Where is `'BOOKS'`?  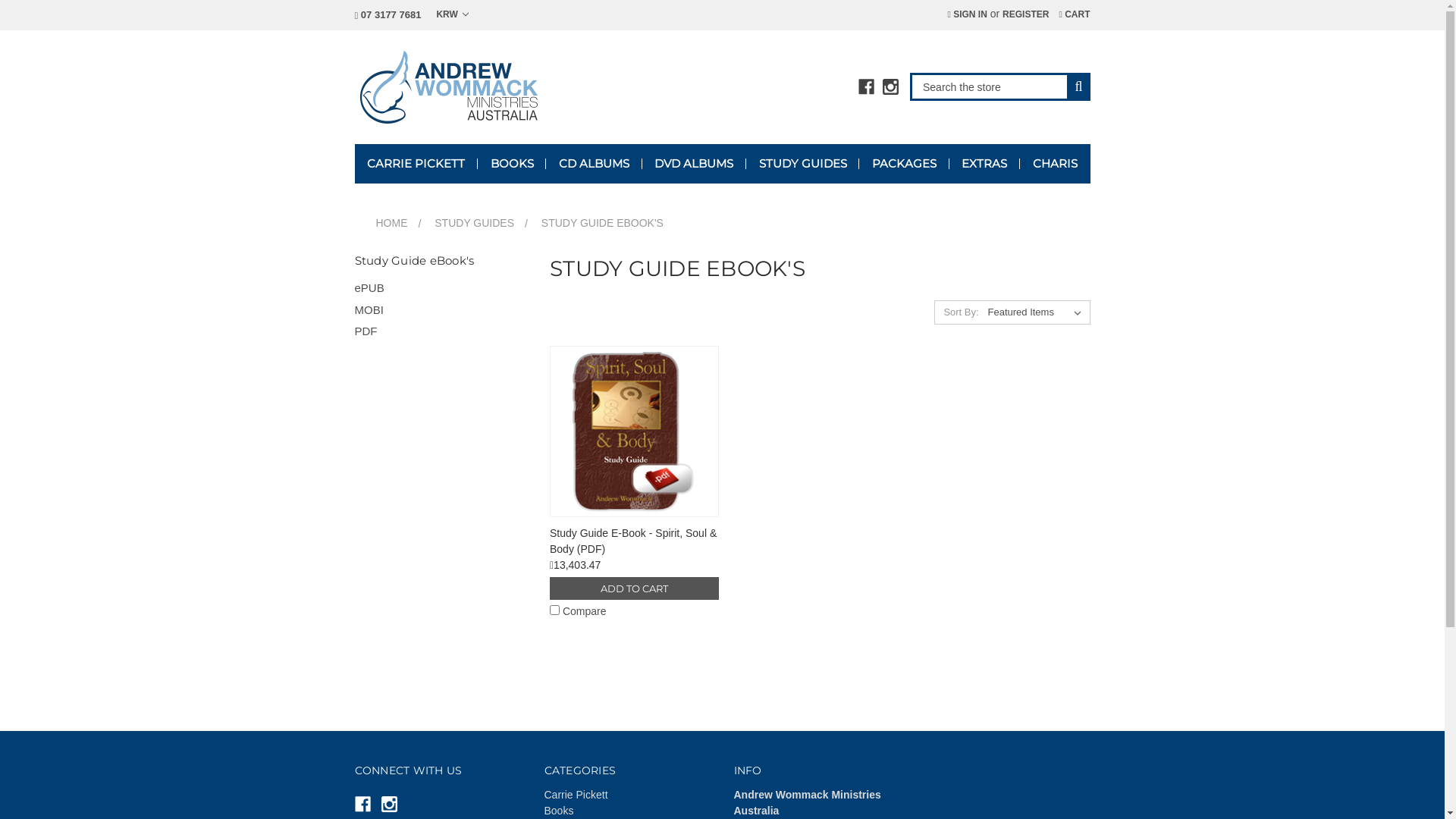 'BOOKS' is located at coordinates (476, 164).